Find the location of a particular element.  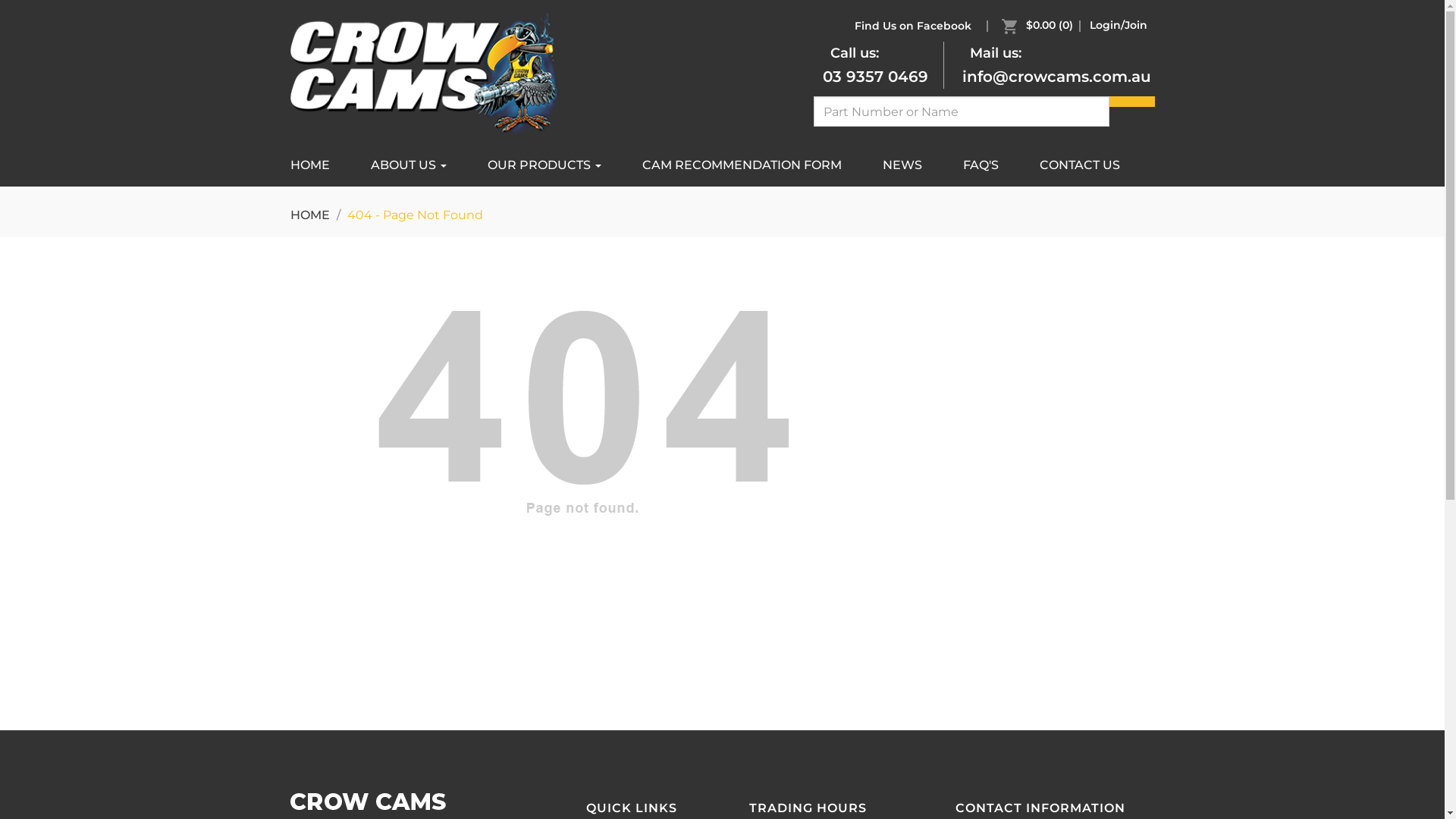

'HOME' is located at coordinates (309, 215).